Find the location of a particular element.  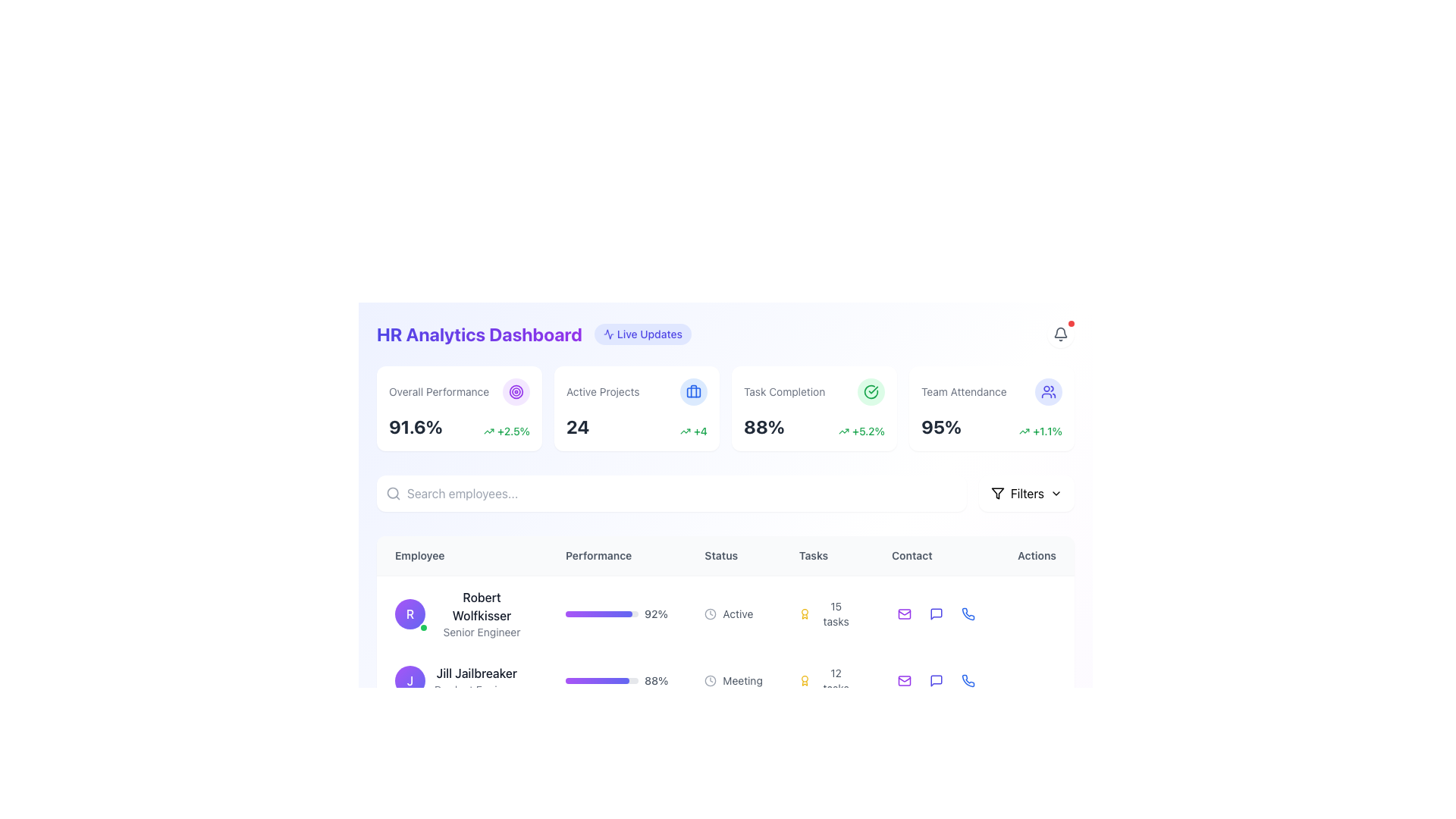

the 'Active Projects' icon, which is located to the right of the heading and aligned with numerical value and percentage indicators is located at coordinates (693, 391).